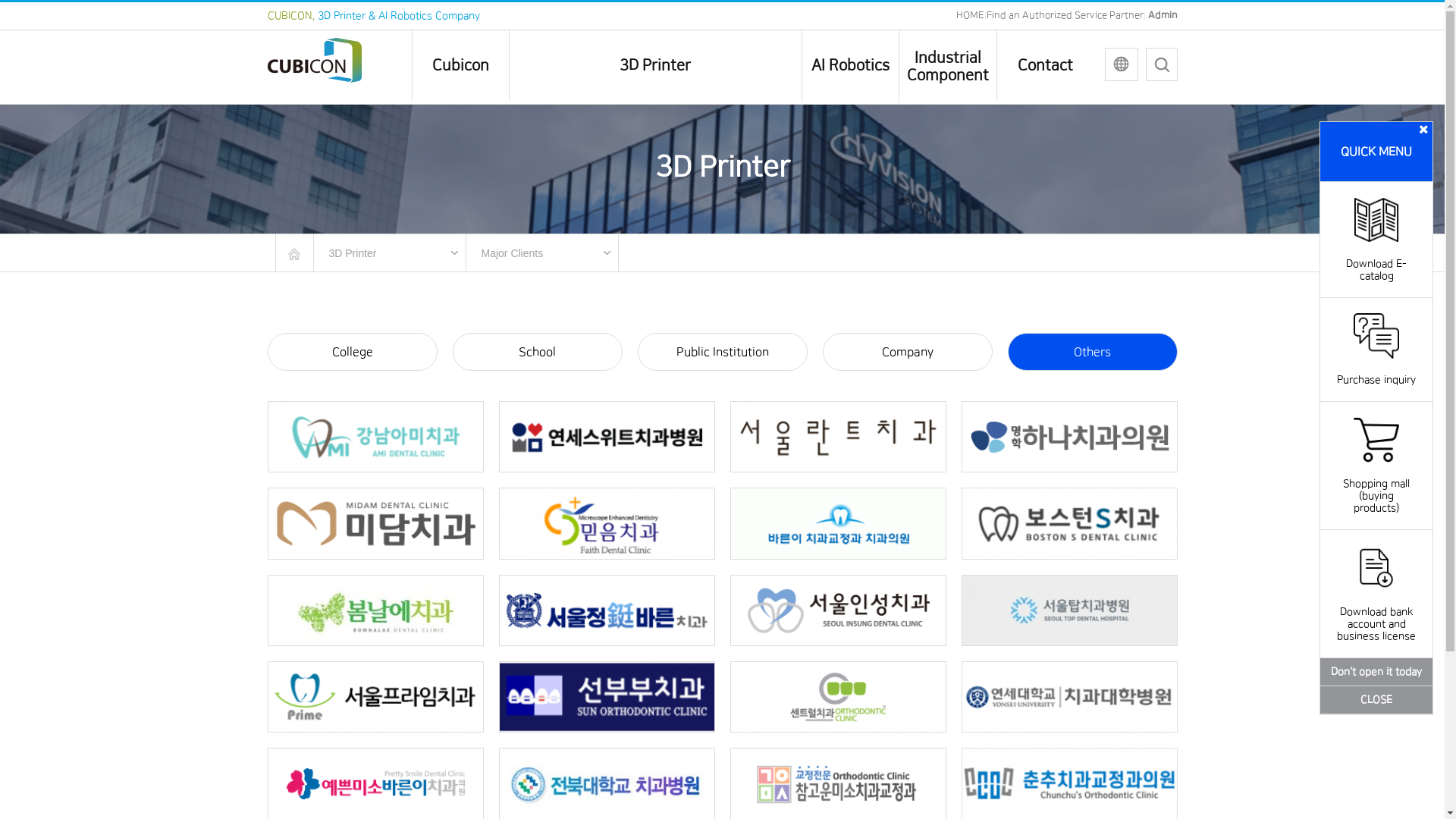 This screenshot has width=1456, height=819. What do you see at coordinates (541, 252) in the screenshot?
I see `'Major Clients'` at bounding box center [541, 252].